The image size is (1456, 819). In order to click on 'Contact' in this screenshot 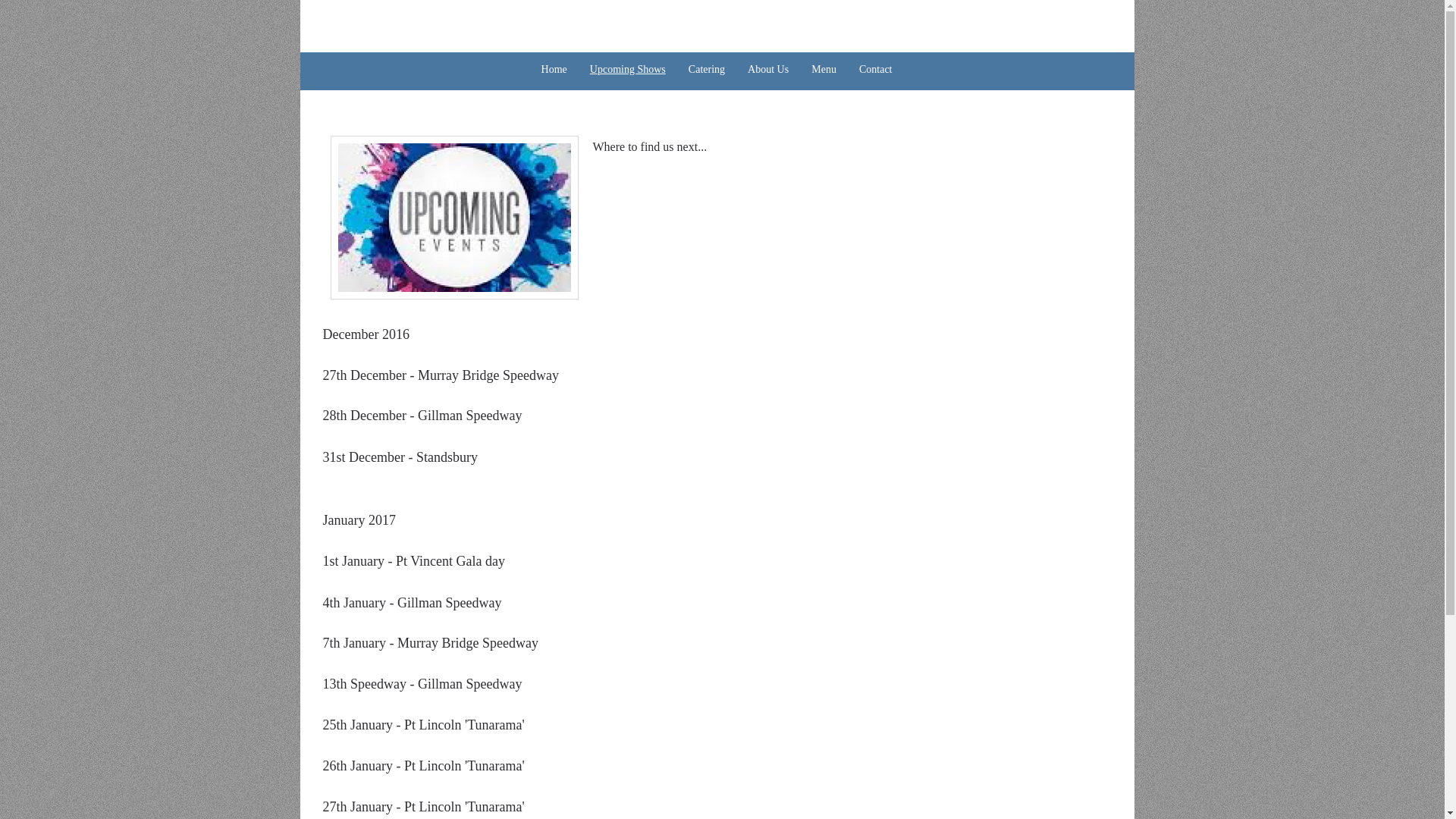, I will do `click(876, 70)`.